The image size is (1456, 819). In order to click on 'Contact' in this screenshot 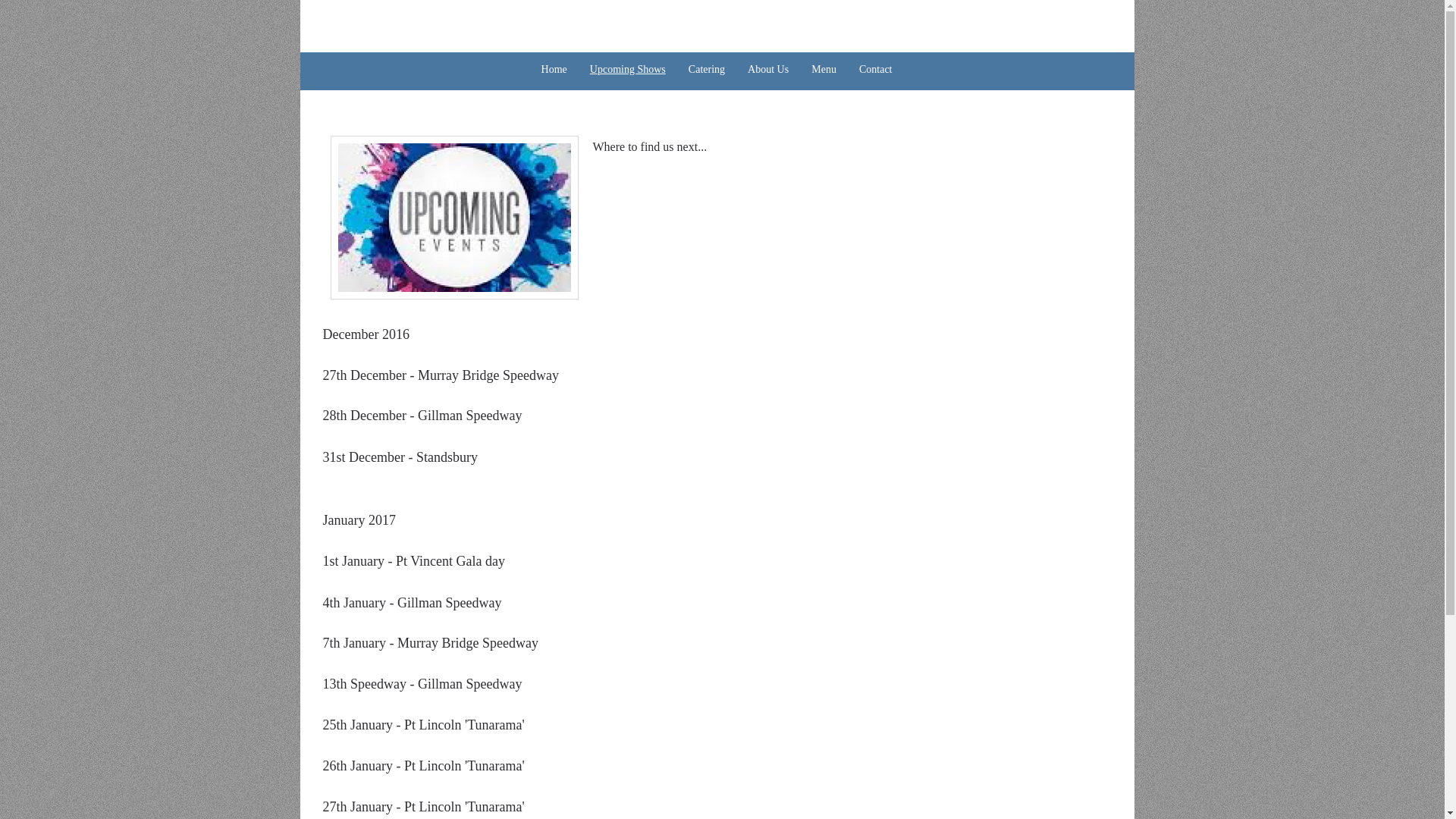, I will do `click(876, 70)`.